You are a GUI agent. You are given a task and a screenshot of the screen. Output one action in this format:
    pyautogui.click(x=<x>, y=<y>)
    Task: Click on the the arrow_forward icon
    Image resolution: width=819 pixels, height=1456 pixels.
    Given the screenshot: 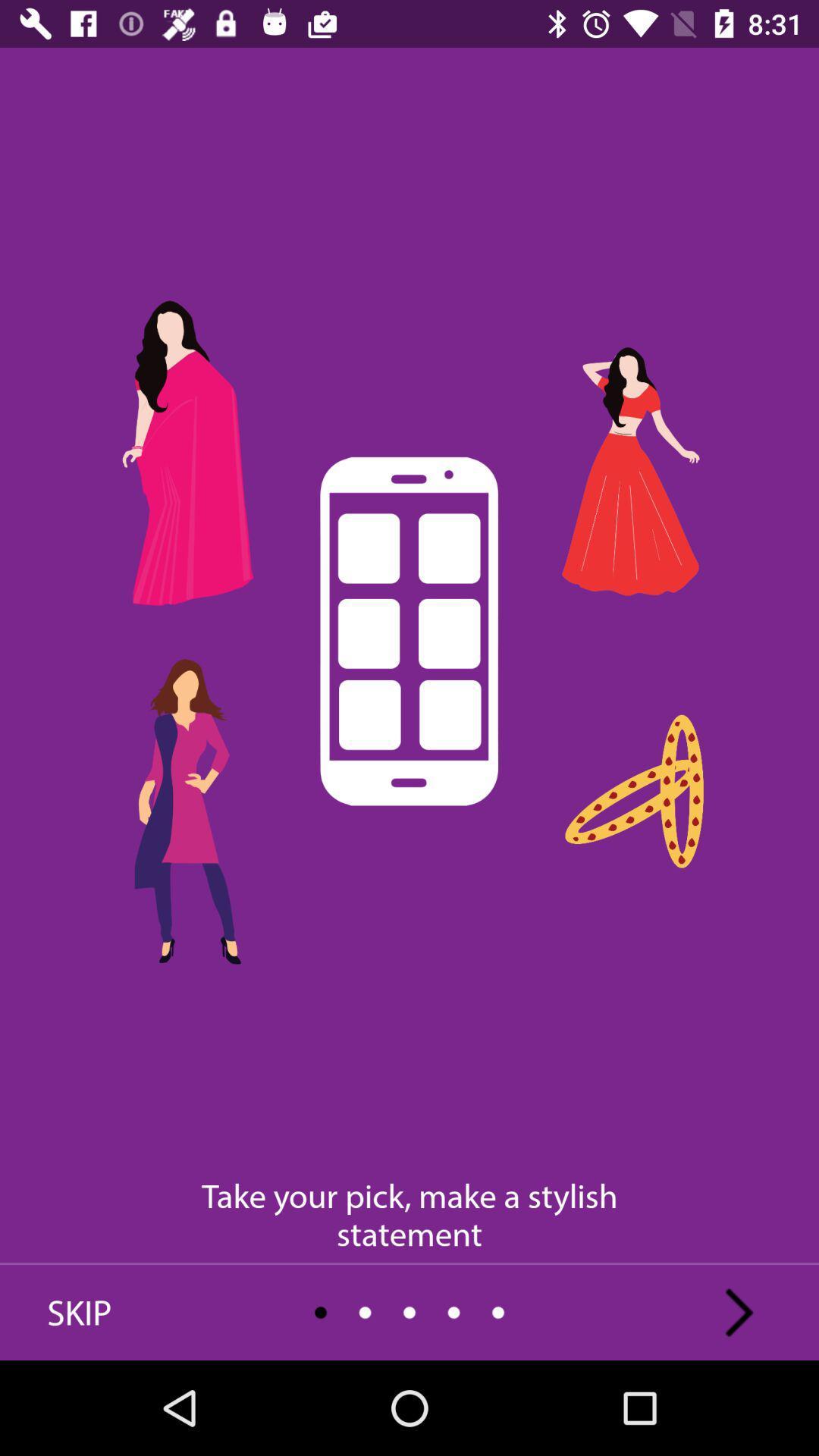 What is the action you would take?
    pyautogui.click(x=739, y=1312)
    